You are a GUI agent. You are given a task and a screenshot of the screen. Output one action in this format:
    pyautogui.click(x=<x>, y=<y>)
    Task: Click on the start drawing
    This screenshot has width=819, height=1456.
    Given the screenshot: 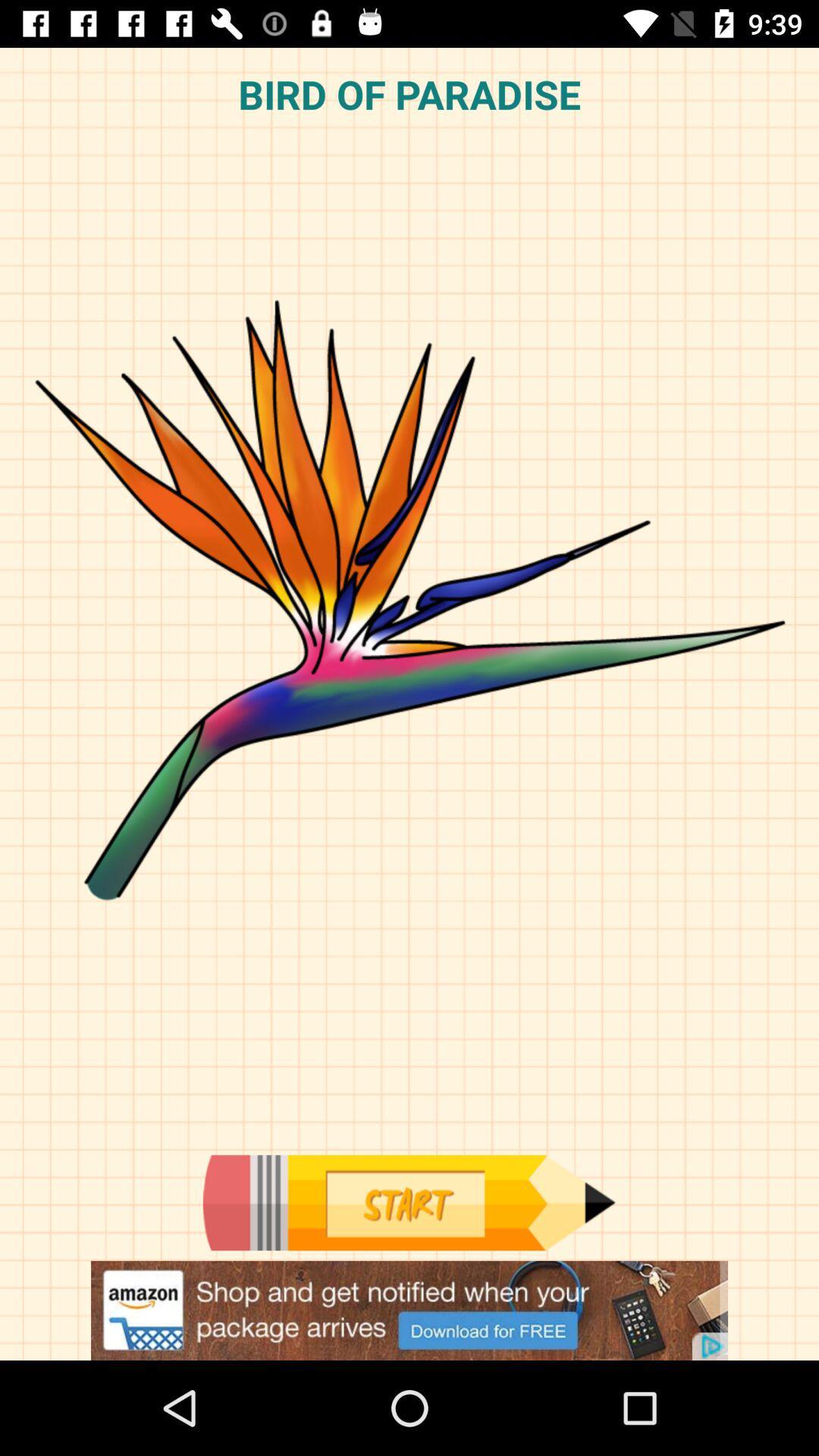 What is the action you would take?
    pyautogui.click(x=408, y=1202)
    